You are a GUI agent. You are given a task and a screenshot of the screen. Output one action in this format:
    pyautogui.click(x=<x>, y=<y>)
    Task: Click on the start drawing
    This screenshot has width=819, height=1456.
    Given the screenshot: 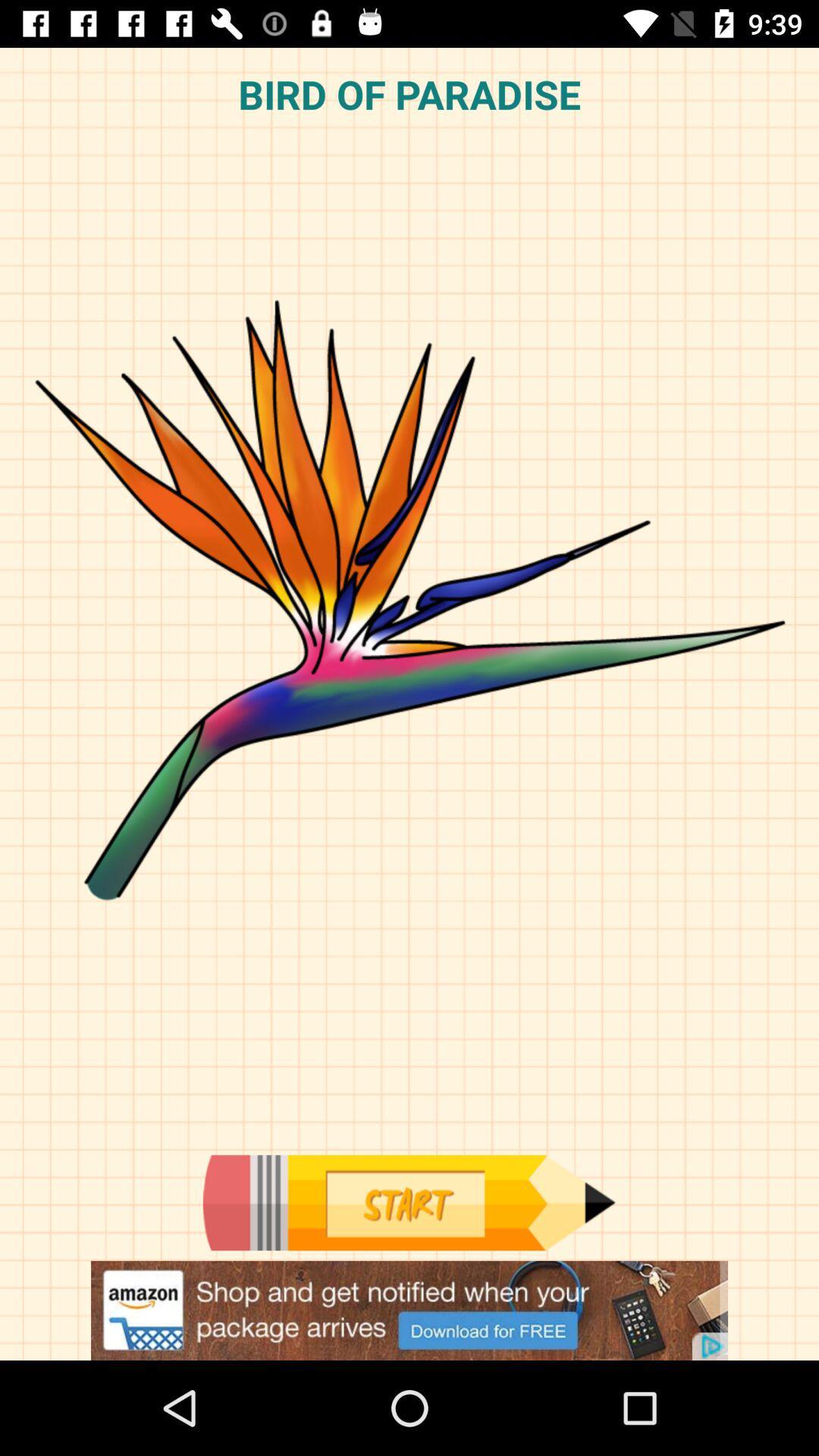 What is the action you would take?
    pyautogui.click(x=408, y=1202)
    